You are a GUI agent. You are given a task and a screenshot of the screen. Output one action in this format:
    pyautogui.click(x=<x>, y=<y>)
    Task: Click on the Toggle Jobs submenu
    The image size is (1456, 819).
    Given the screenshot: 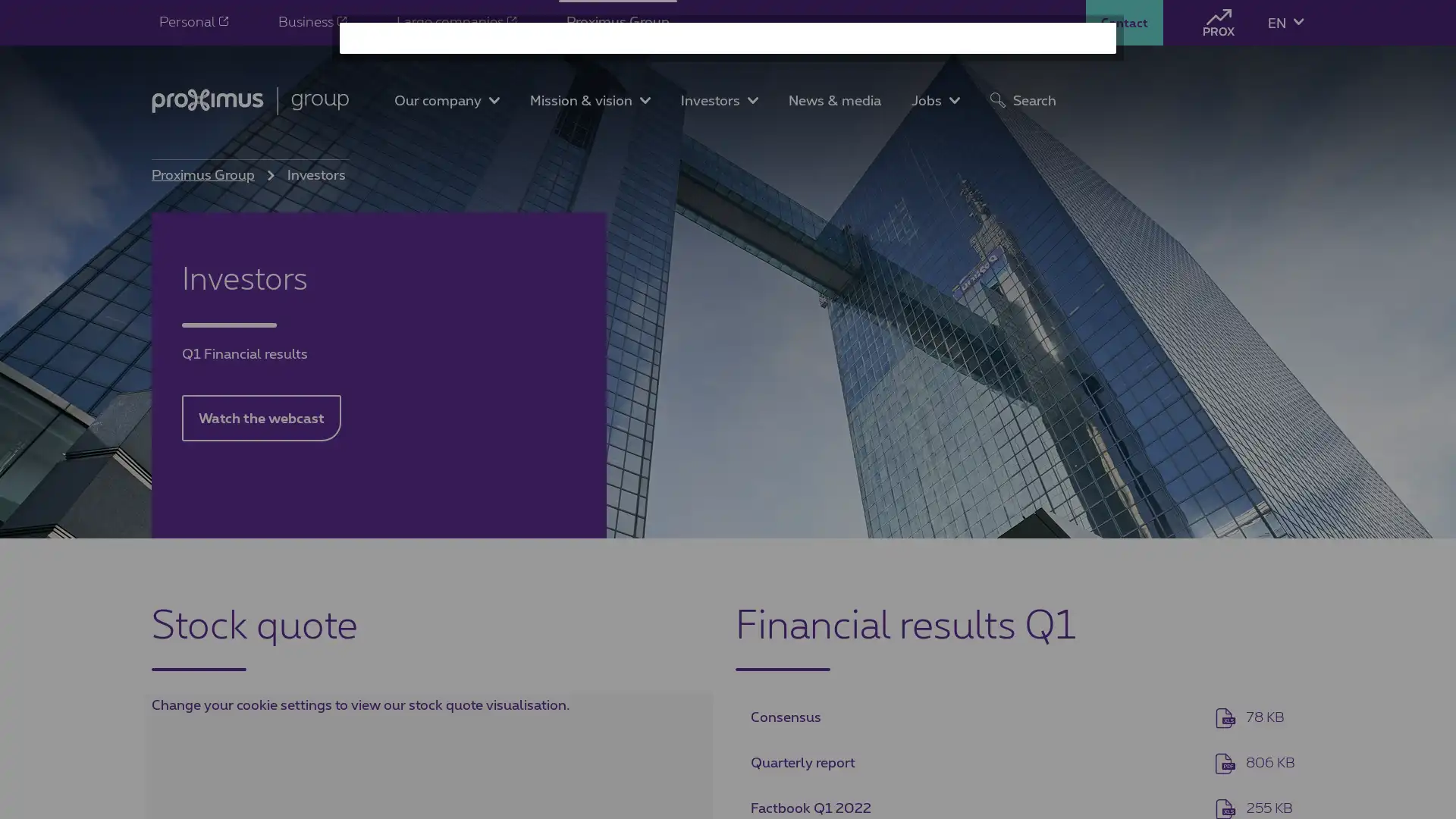 What is the action you would take?
    pyautogui.click(x=934, y=100)
    